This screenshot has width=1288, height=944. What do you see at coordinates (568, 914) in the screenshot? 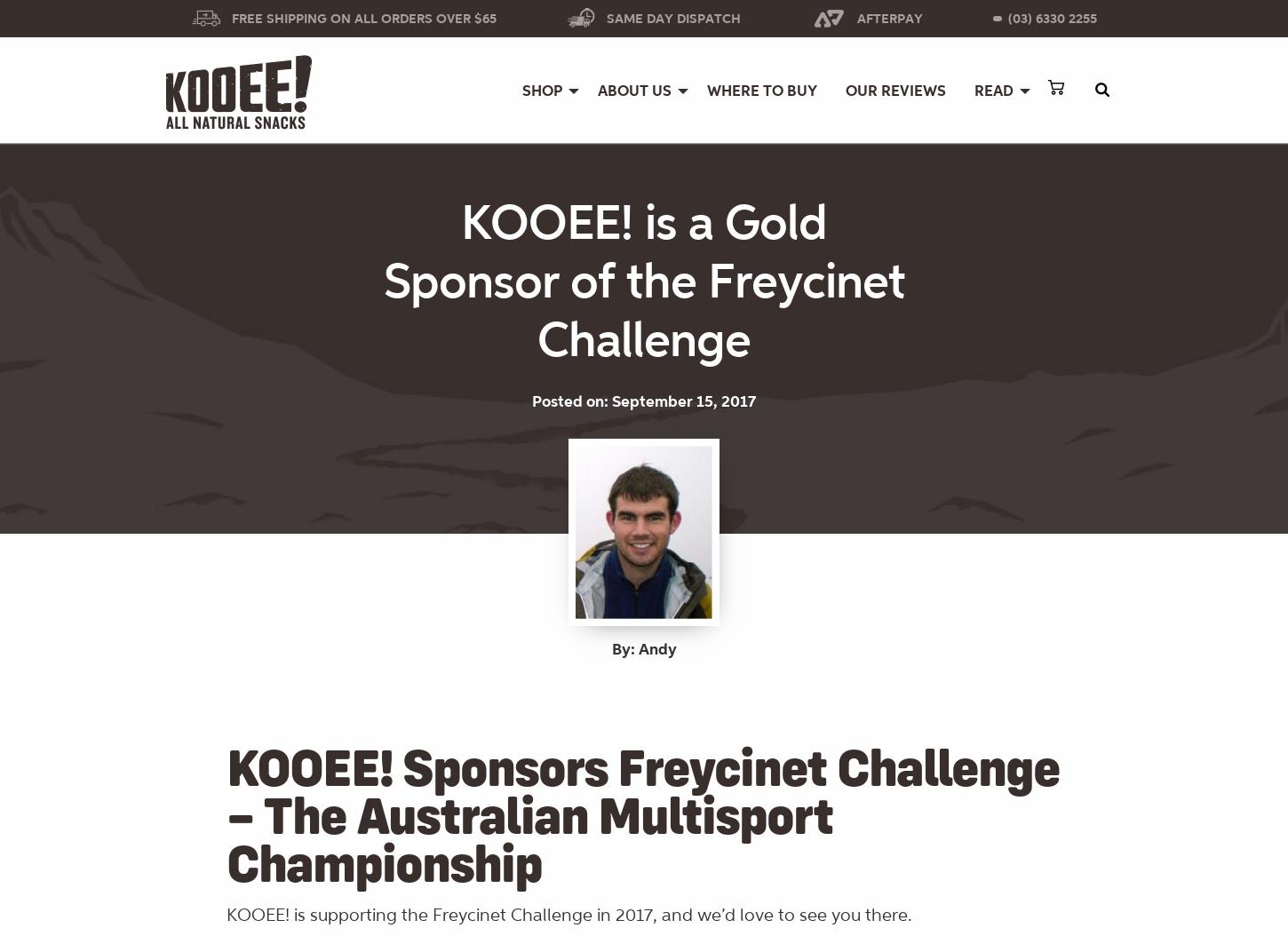
I see `'KOOEE! is supporting the Freycinet Challenge in 2017, and we’d love to see you there.'` at bounding box center [568, 914].